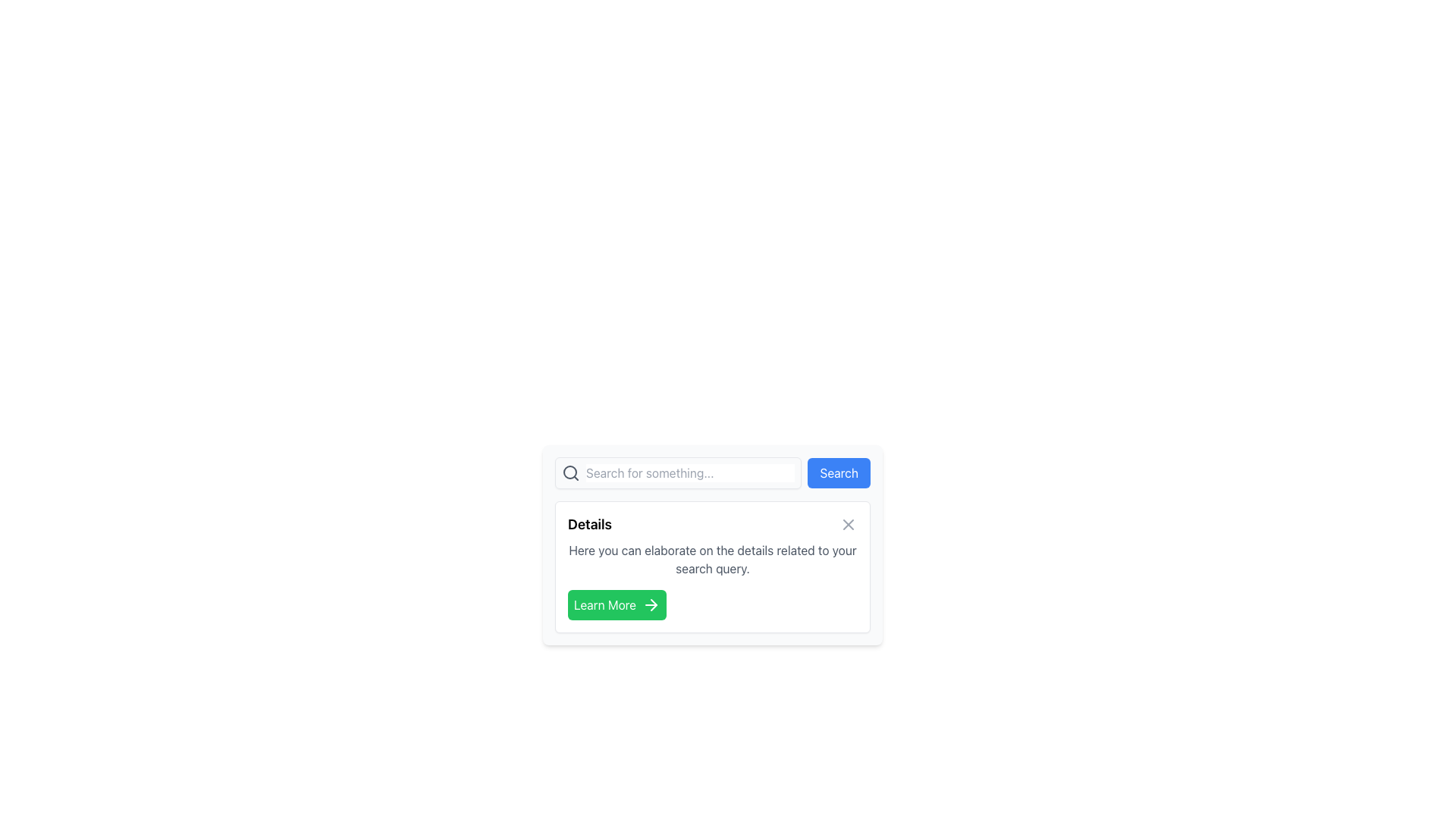 The height and width of the screenshot is (819, 1456). What do you see at coordinates (838, 472) in the screenshot?
I see `the 'Search' button with a blue background and white text to change its visual appearance` at bounding box center [838, 472].